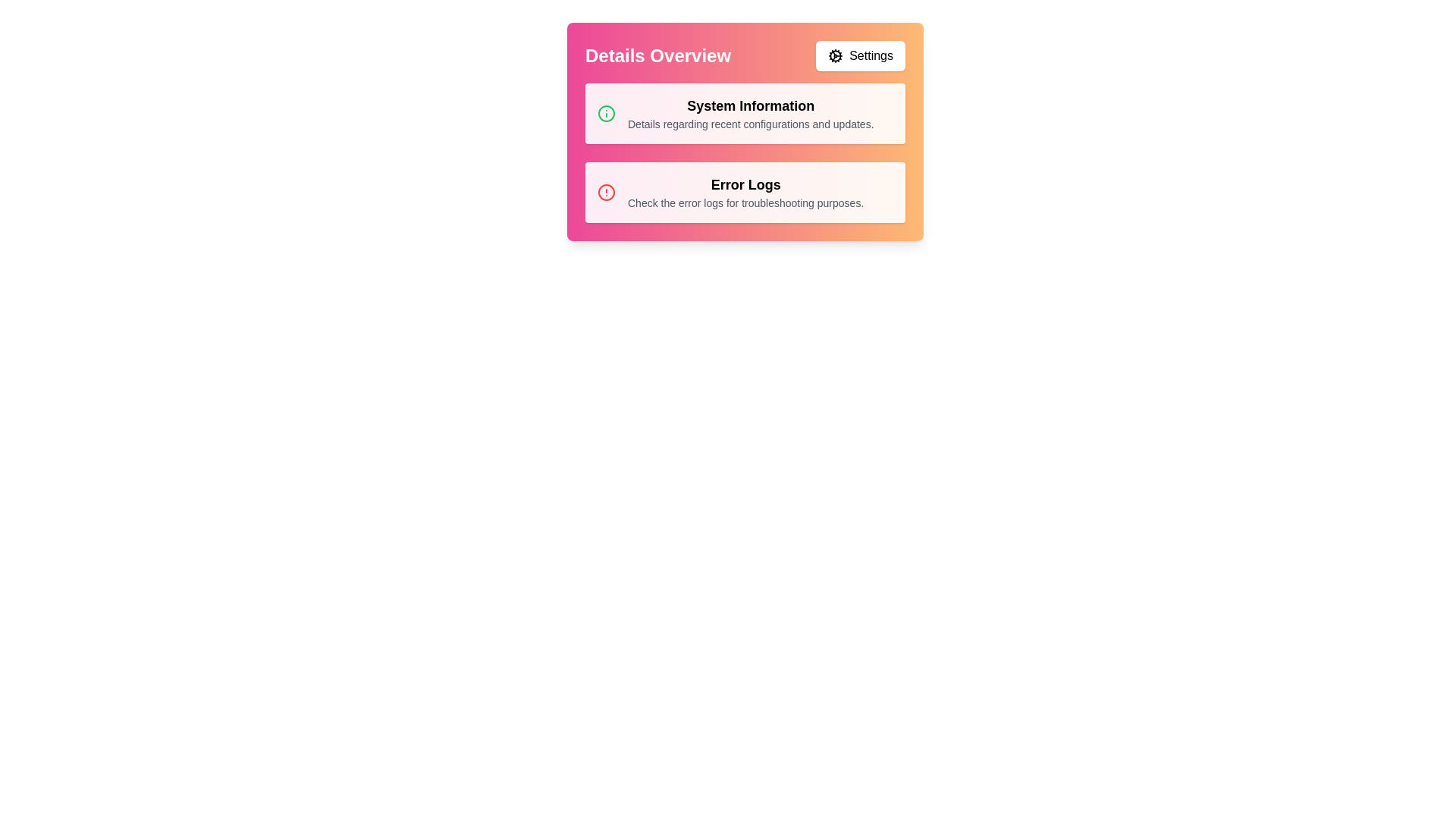 The height and width of the screenshot is (819, 1456). Describe the element at coordinates (607, 113) in the screenshot. I see `the decorative icon located to the left of the 'System Information' title in the top information block` at that location.